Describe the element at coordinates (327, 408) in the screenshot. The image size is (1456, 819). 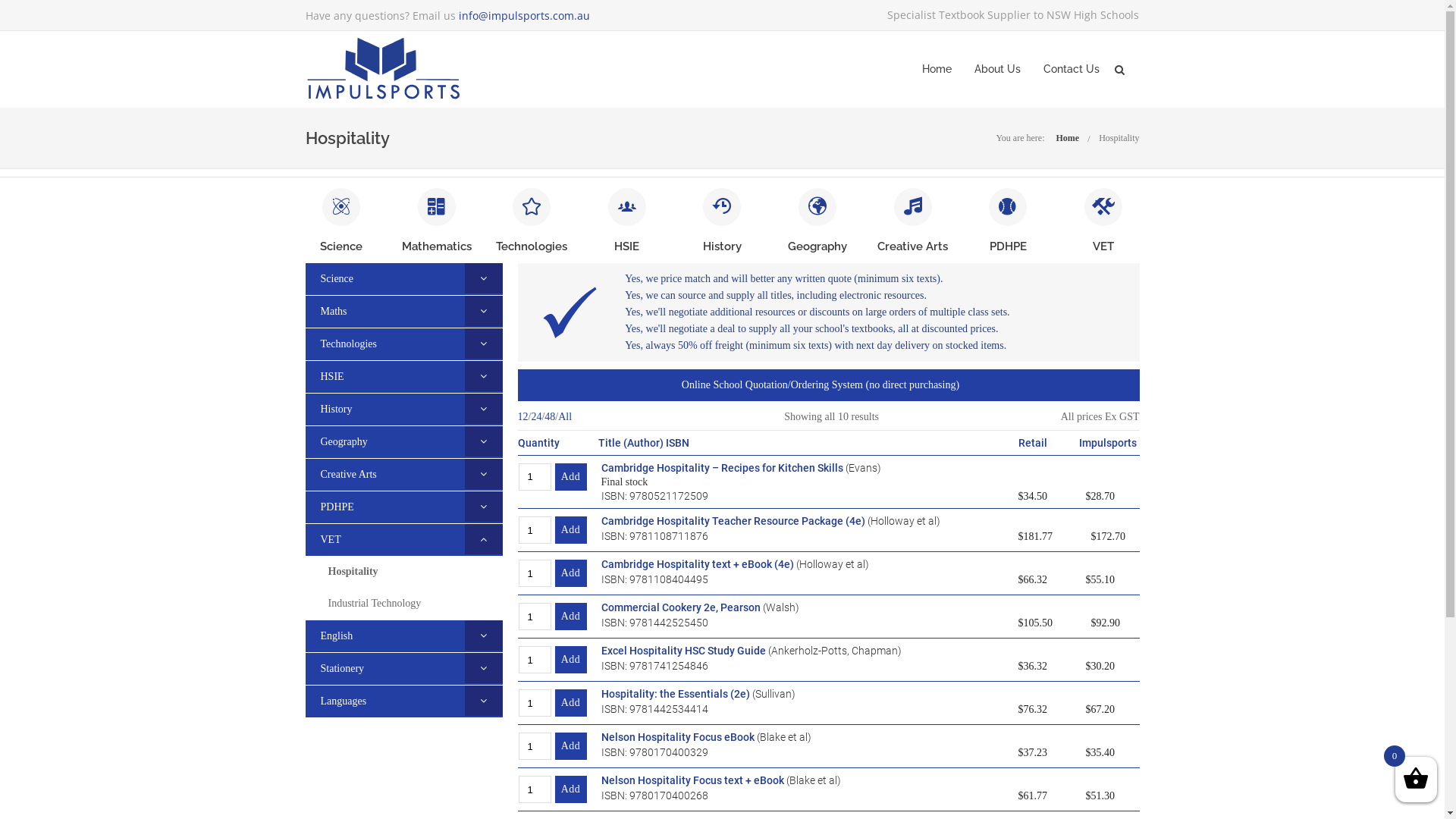
I see `'History'` at that location.